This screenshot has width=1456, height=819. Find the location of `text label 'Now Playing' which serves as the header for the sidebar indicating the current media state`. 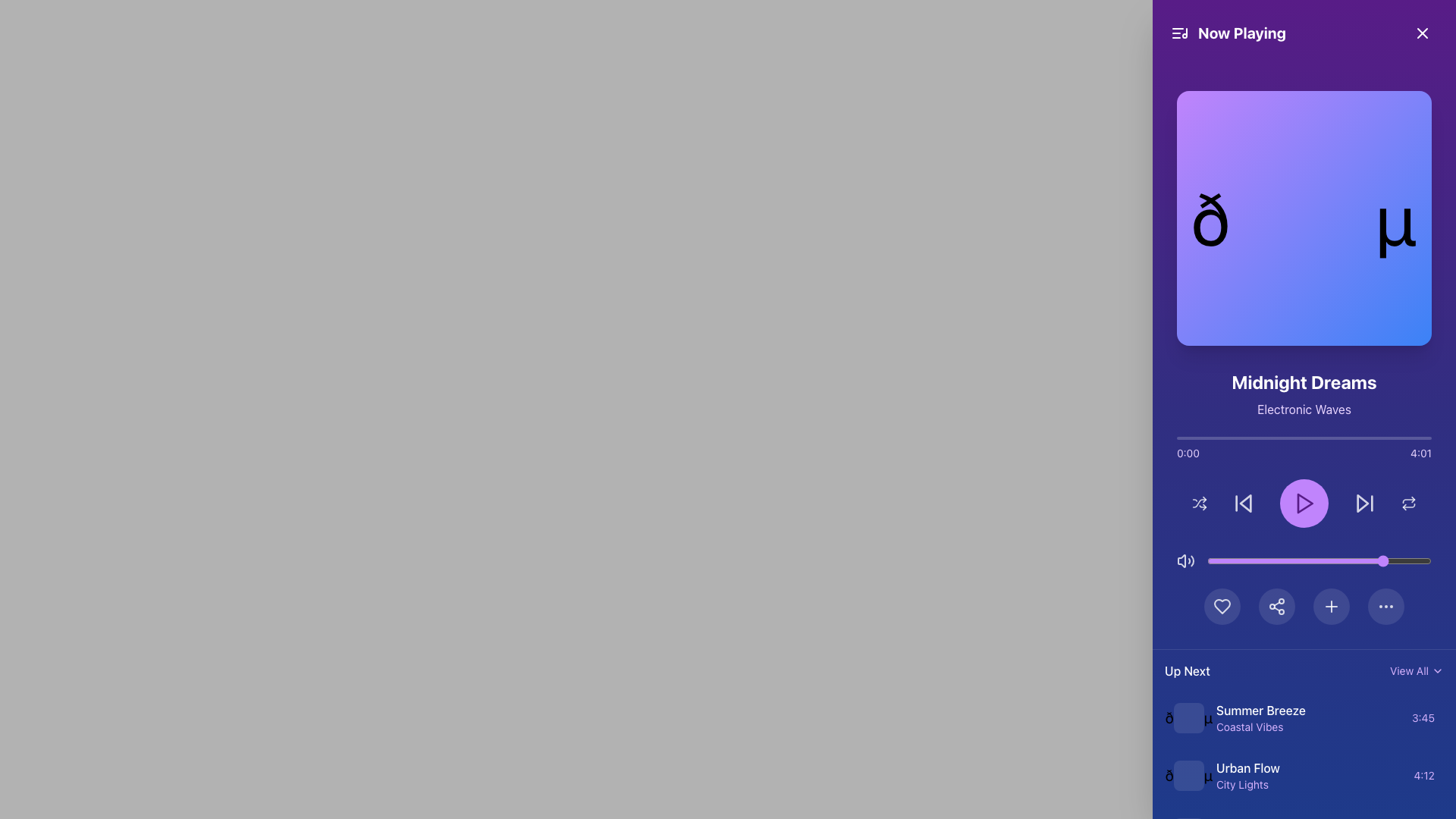

text label 'Now Playing' which serves as the header for the sidebar indicating the current media state is located at coordinates (1241, 33).